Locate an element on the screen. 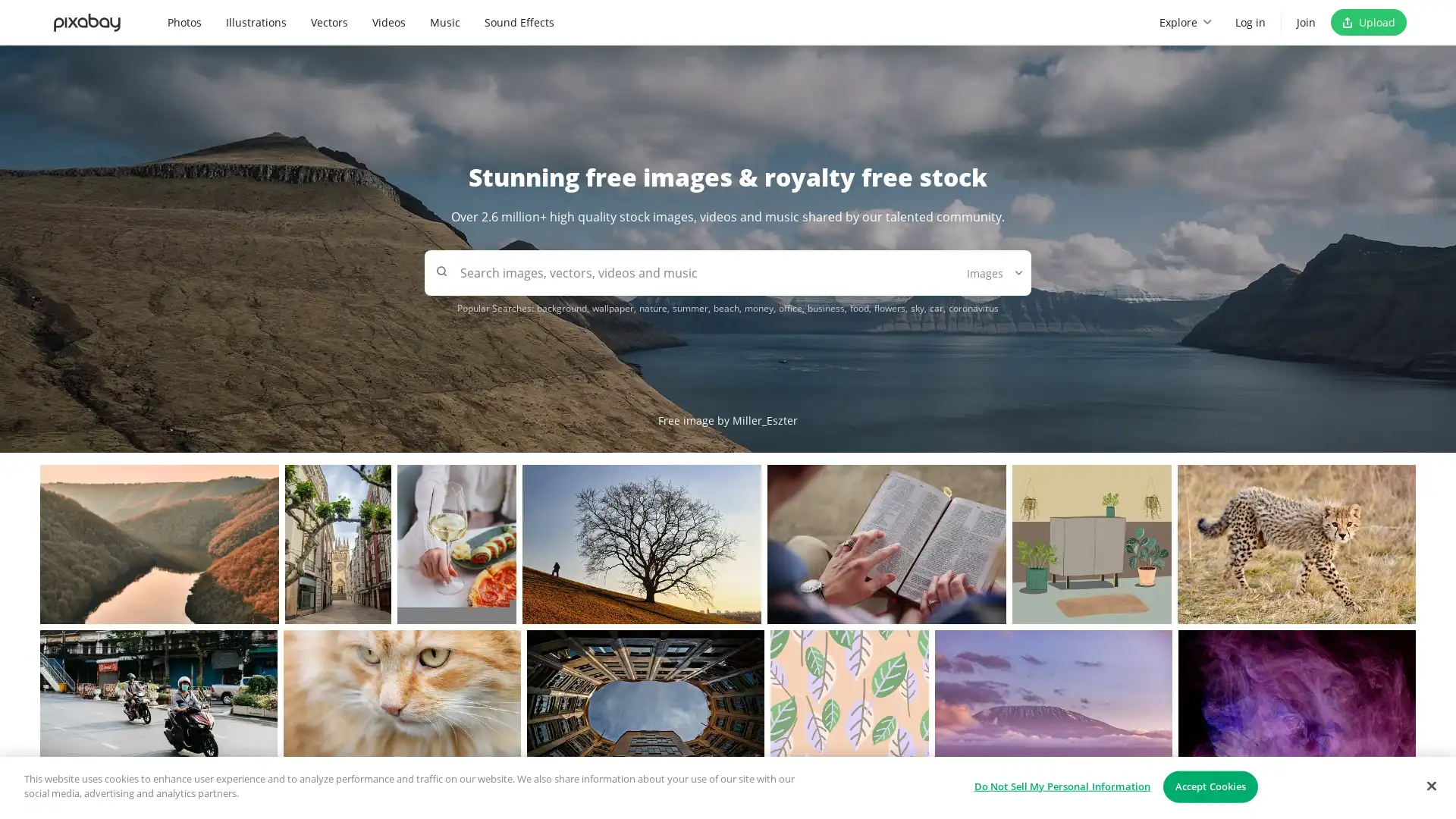 Image resolution: width=1456 pixels, height=819 pixels. Explore is located at coordinates (1185, 22).